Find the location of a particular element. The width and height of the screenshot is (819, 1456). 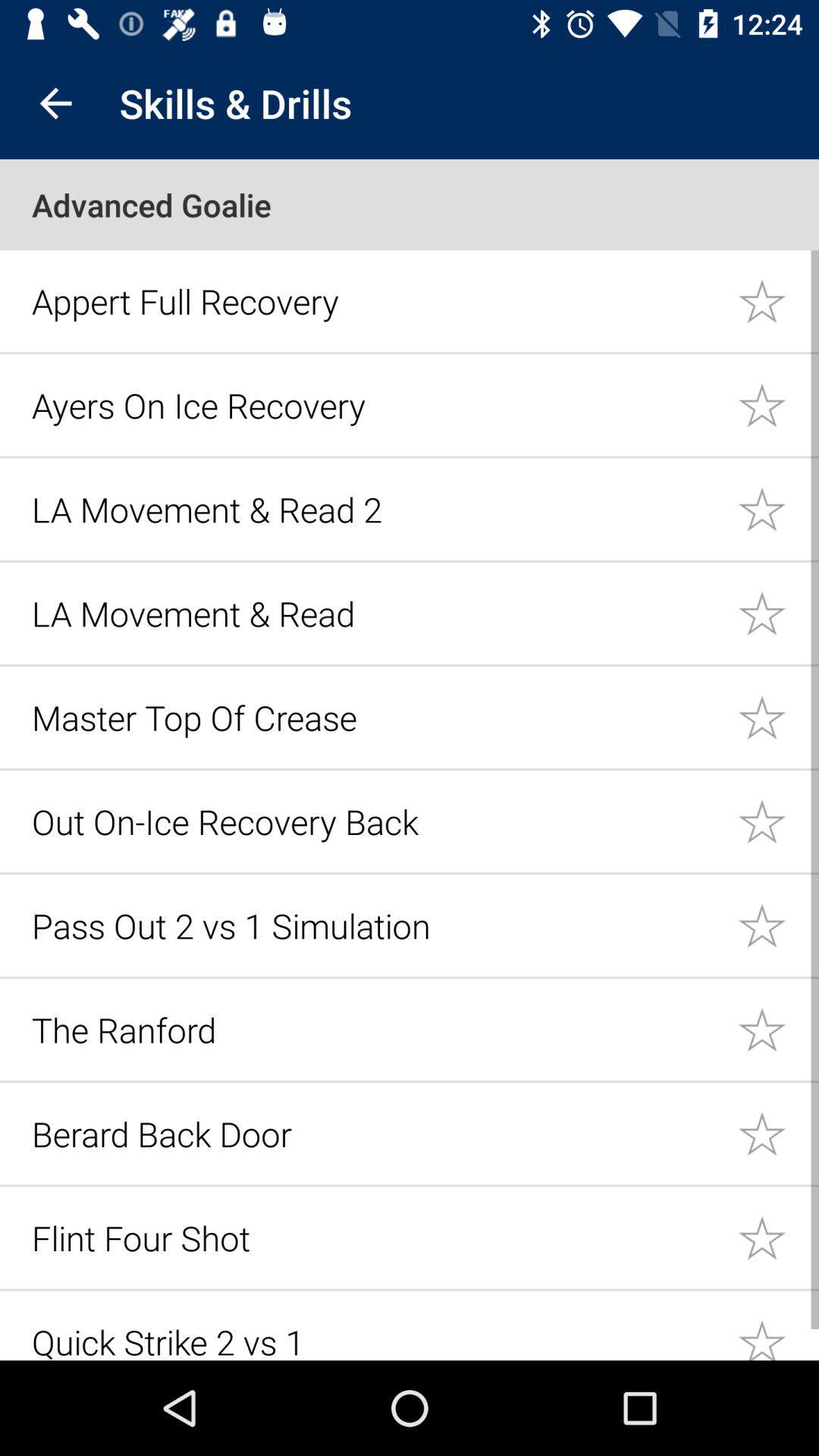

the icon below the appert full recovery is located at coordinates (375, 405).